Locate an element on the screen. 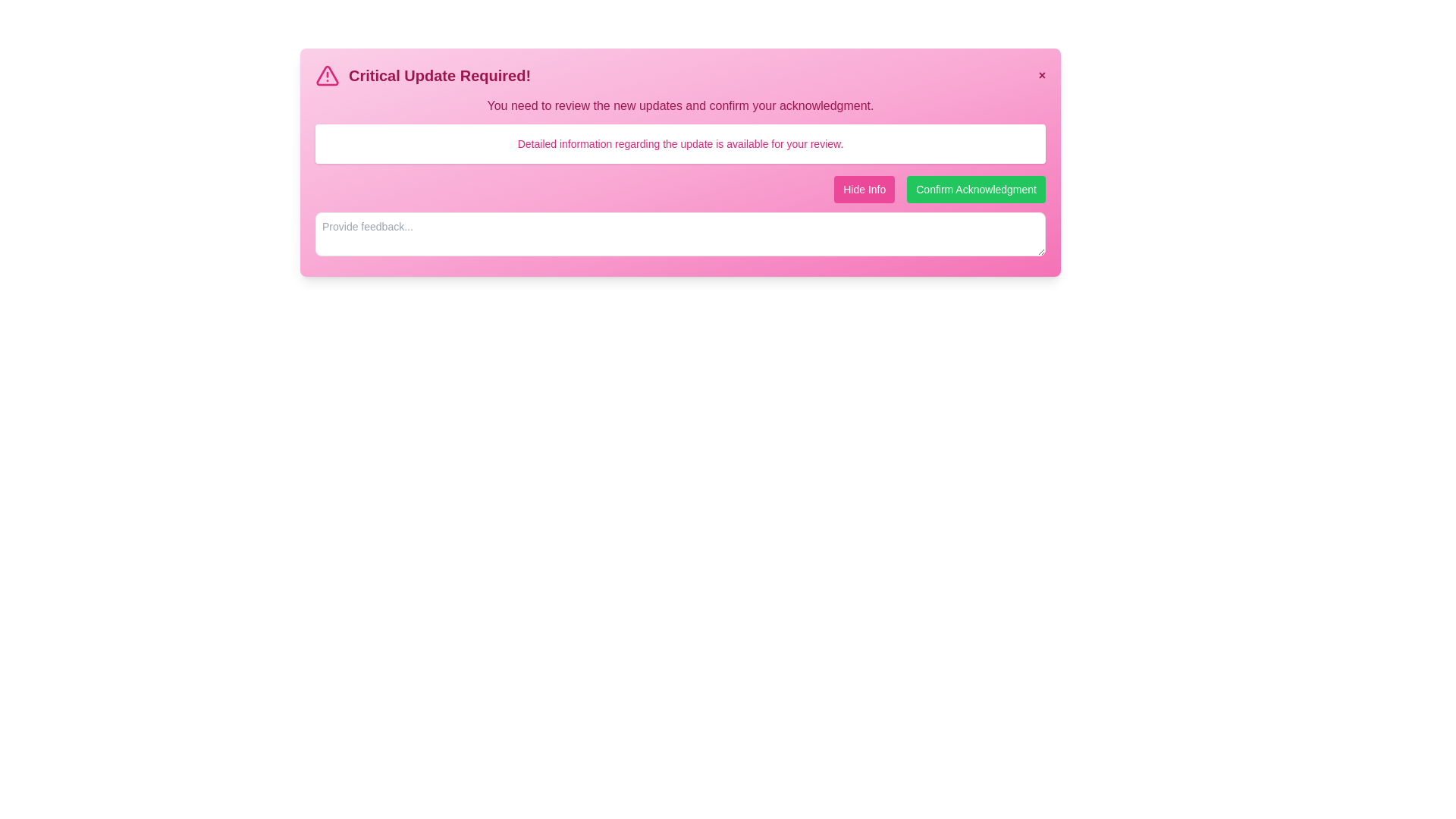  close button to dismiss the alert is located at coordinates (1040, 76).